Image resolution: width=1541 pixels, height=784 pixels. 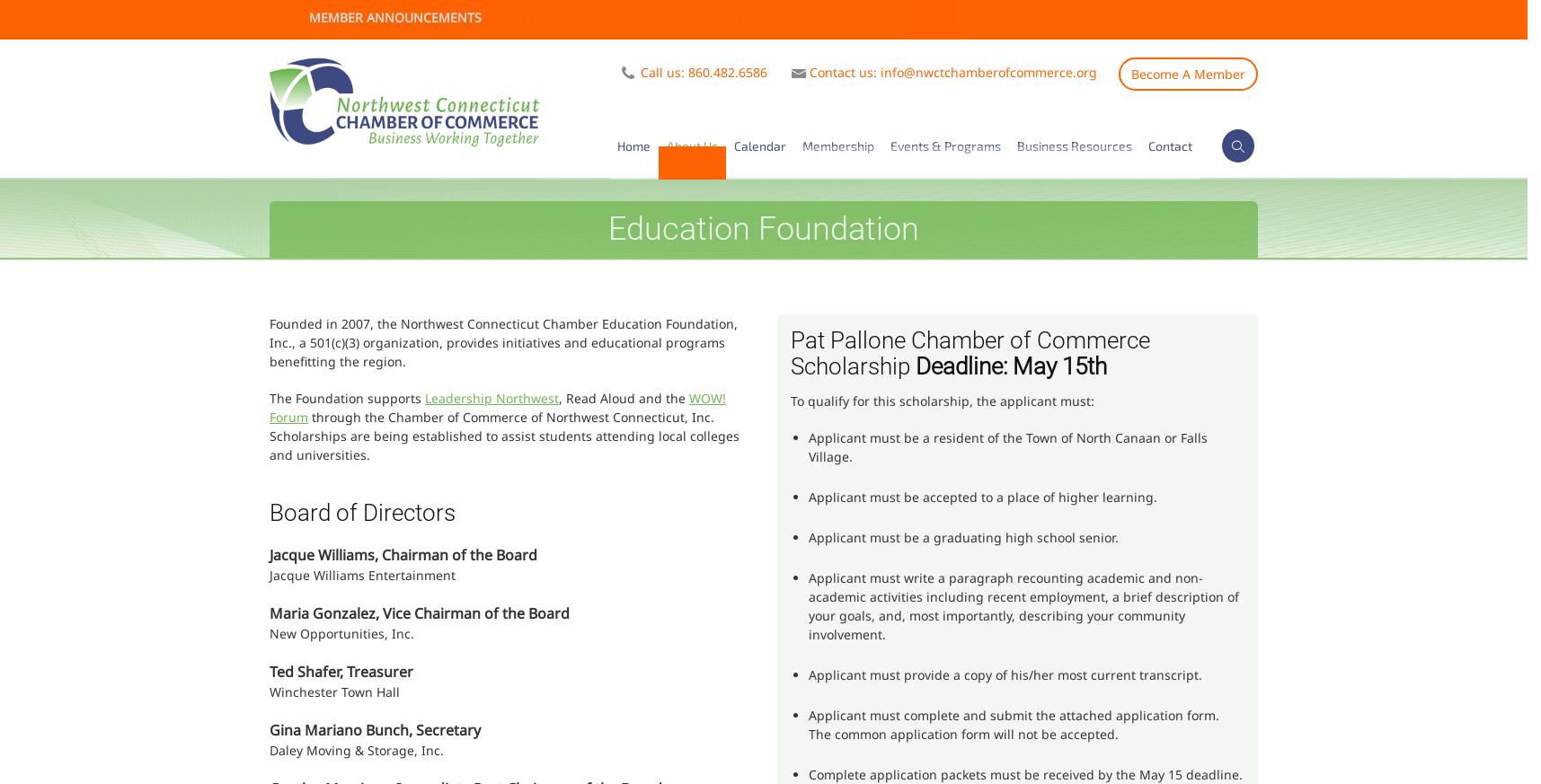 I want to click on 'Maria Gonzalez, Vice Chairman of the Board', so click(x=419, y=612).